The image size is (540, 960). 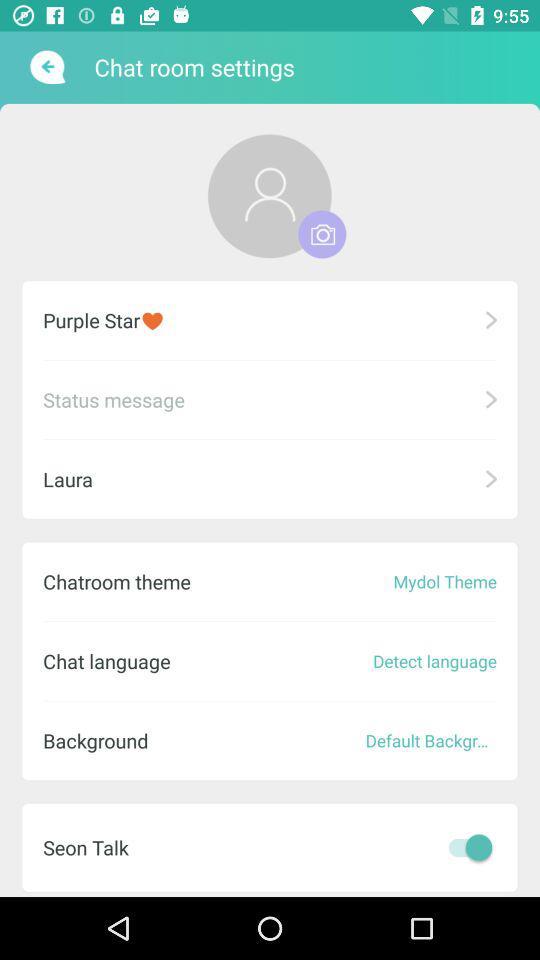 I want to click on photo, so click(x=322, y=234).